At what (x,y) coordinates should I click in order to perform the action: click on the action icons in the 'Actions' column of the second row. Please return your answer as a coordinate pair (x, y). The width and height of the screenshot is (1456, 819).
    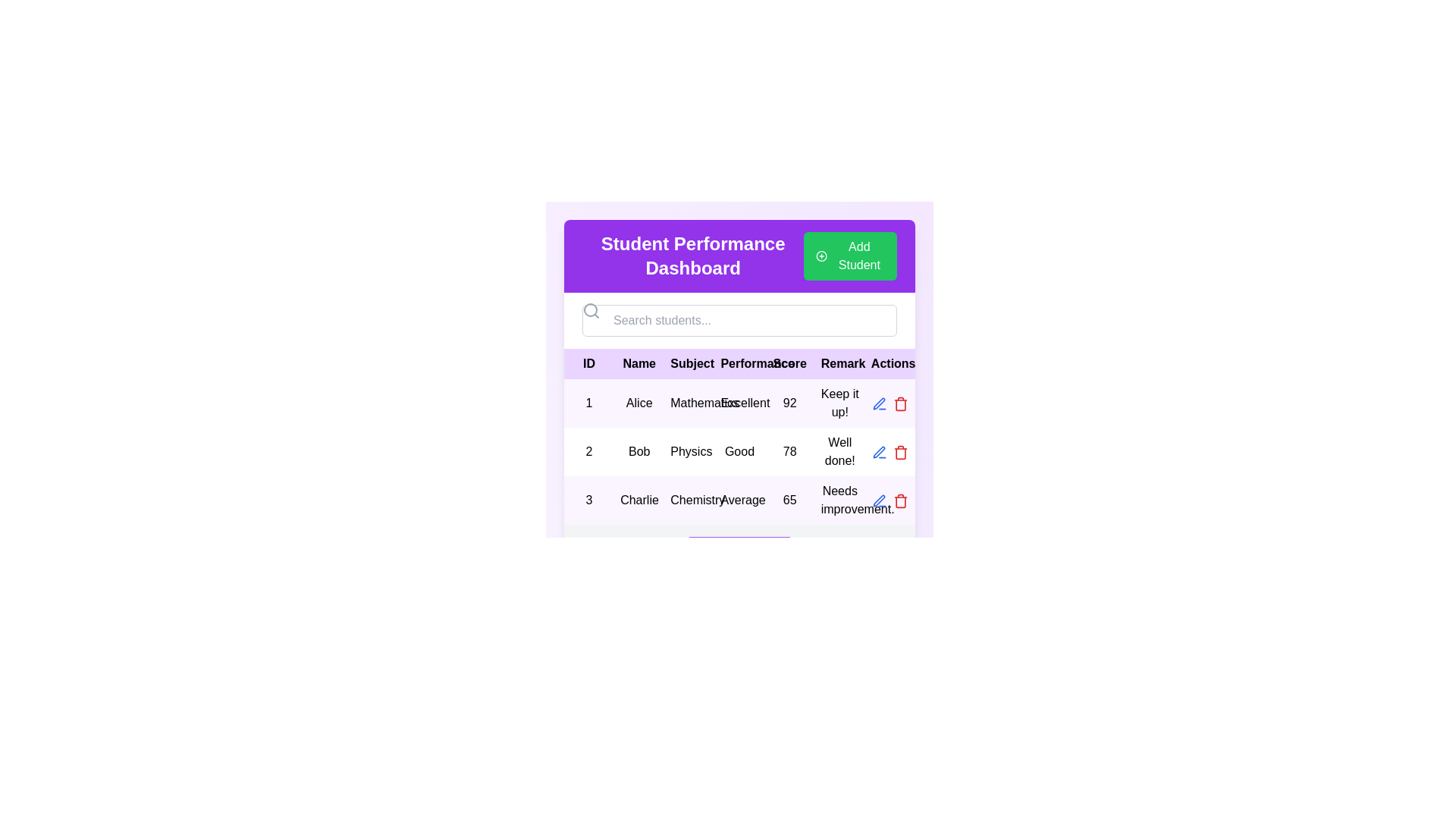
    Looking at the image, I should click on (890, 451).